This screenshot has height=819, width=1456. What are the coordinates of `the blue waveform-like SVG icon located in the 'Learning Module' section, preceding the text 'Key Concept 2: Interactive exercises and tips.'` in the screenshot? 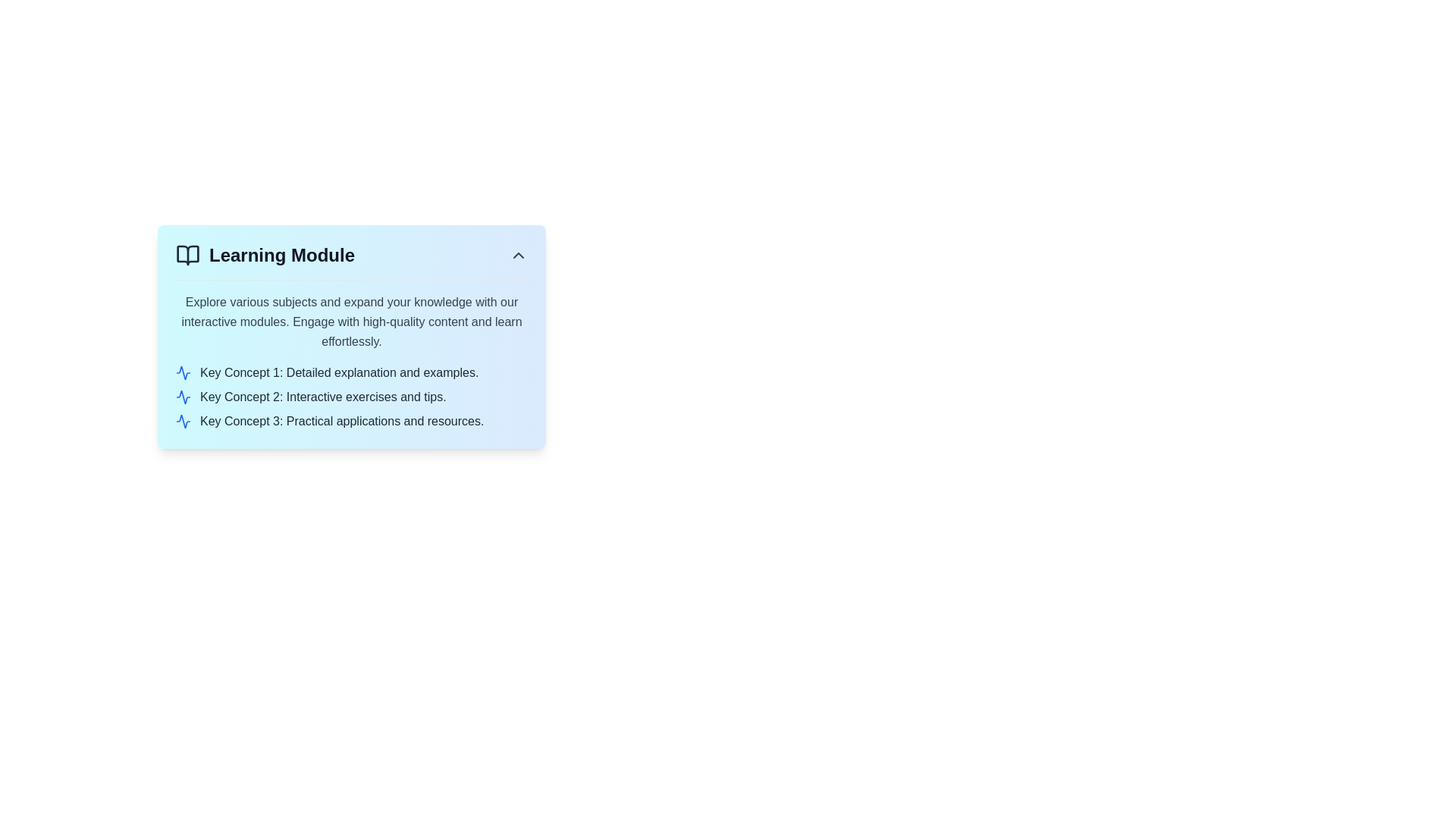 It's located at (182, 397).